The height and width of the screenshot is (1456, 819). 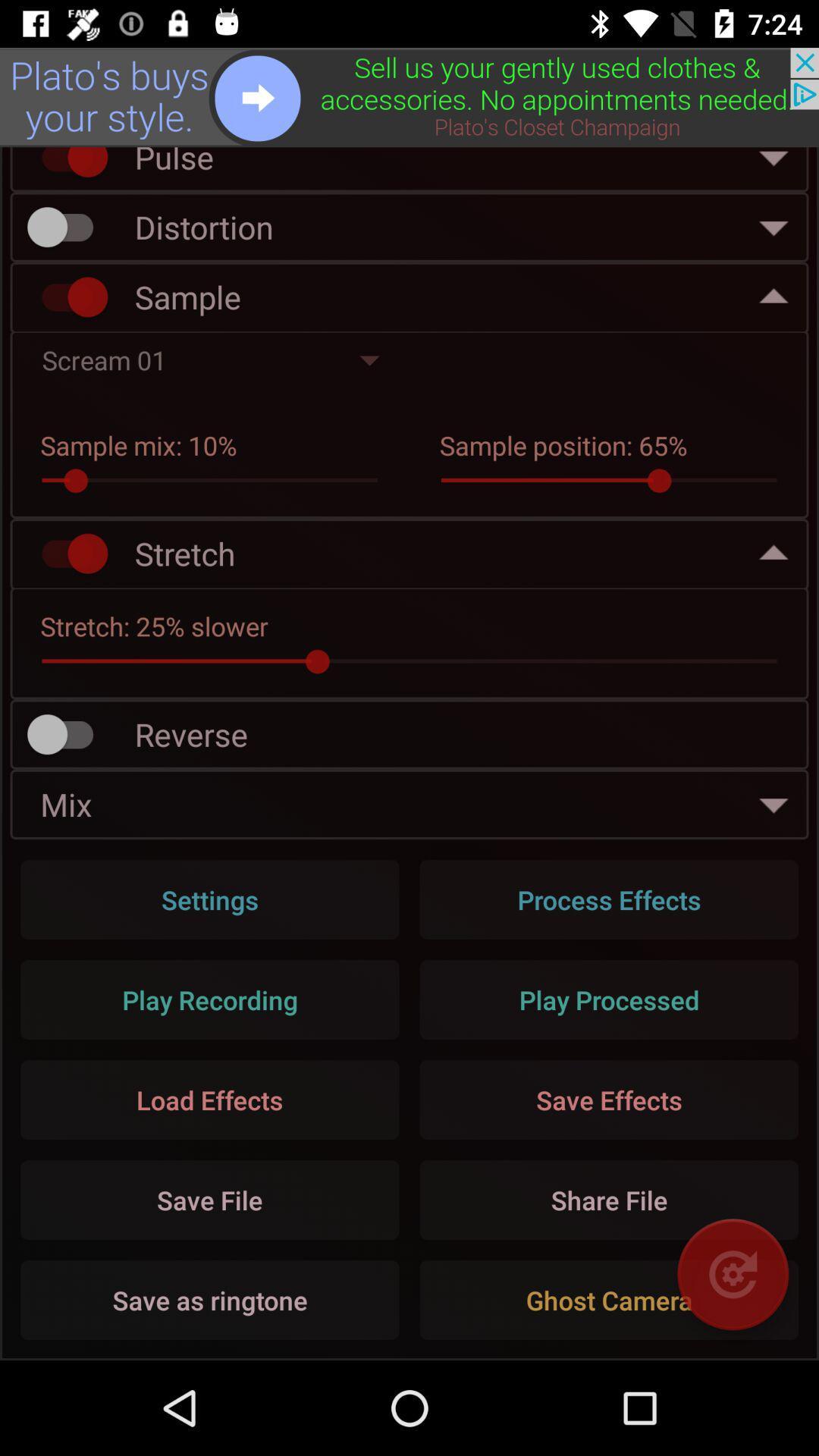 I want to click on stretch, so click(x=67, y=553).